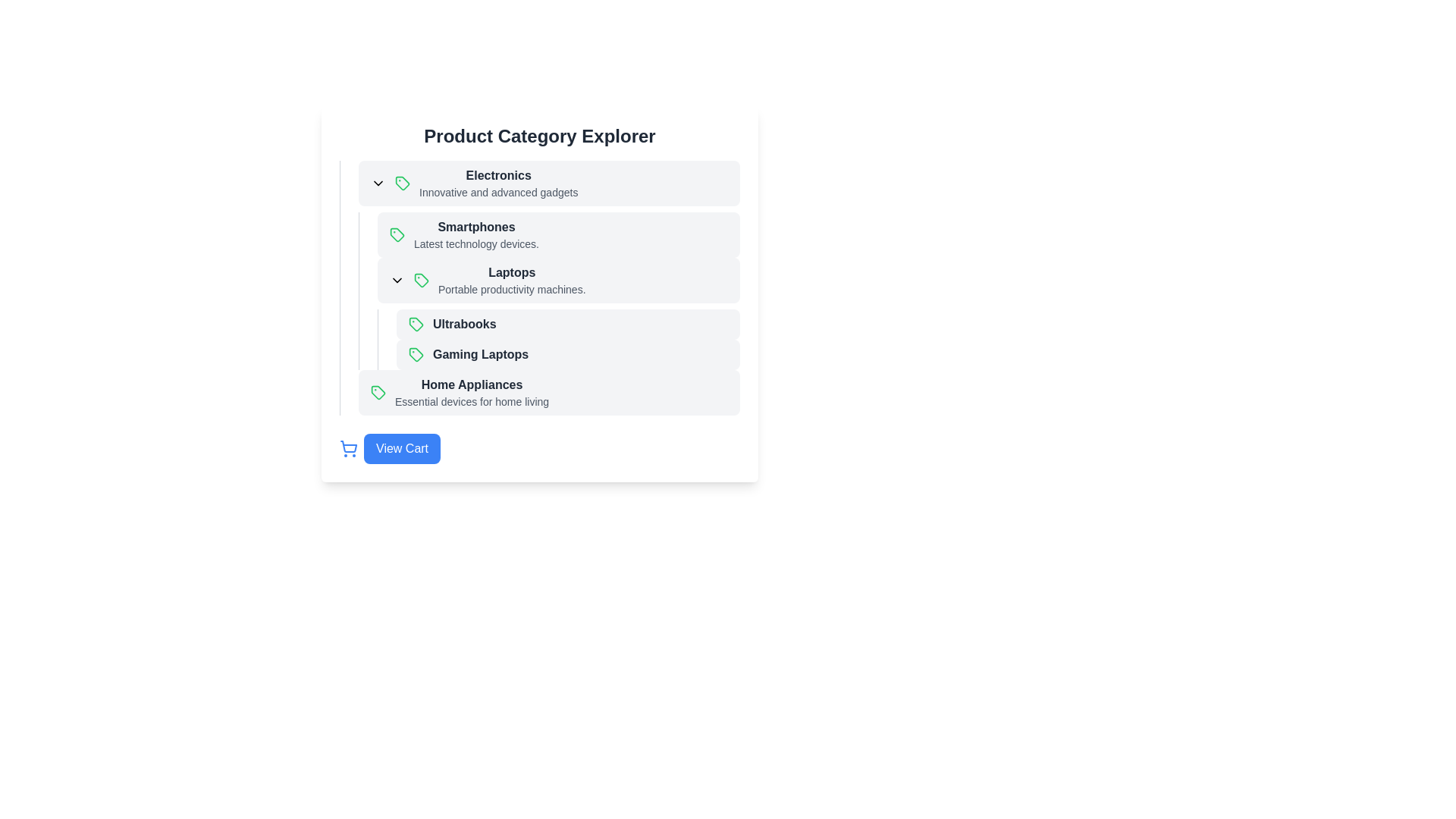 The height and width of the screenshot is (819, 1456). I want to click on the 'Laptops' category option in the Electronics menu, so click(558, 281).